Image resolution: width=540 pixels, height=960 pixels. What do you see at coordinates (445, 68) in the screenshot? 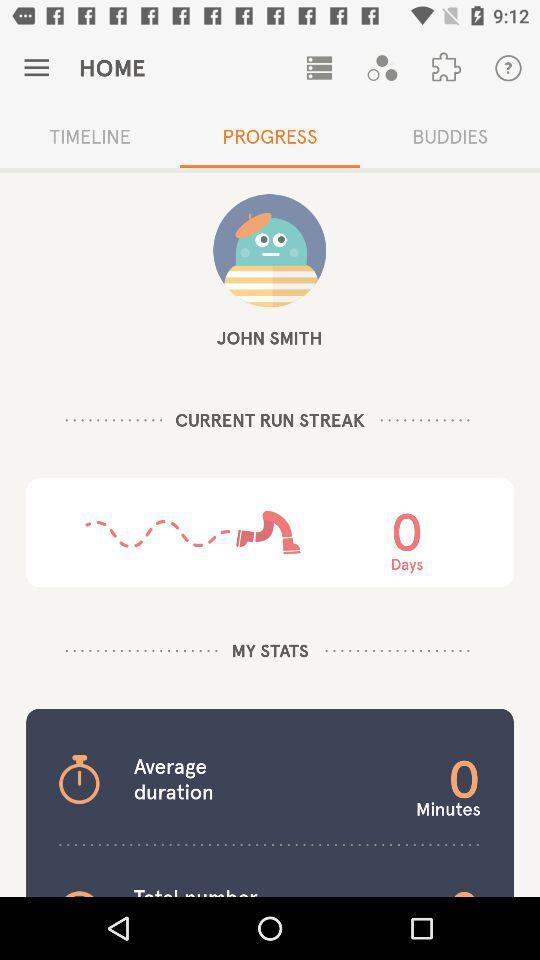
I see `puzzle icon above buddies` at bounding box center [445, 68].